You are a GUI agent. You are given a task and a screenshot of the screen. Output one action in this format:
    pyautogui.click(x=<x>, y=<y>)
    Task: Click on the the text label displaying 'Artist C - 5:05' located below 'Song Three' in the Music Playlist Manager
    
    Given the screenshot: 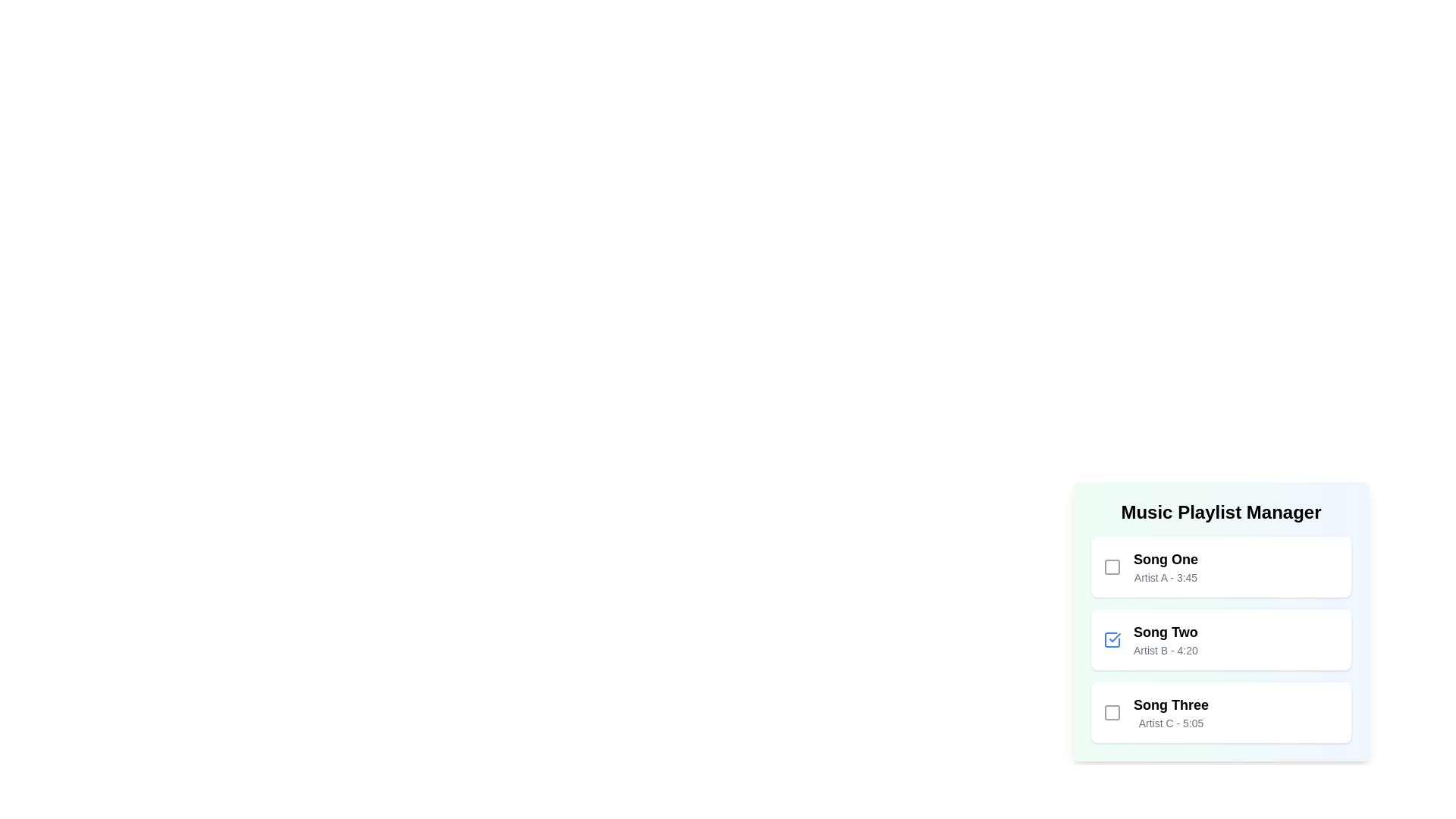 What is the action you would take?
    pyautogui.click(x=1170, y=722)
    